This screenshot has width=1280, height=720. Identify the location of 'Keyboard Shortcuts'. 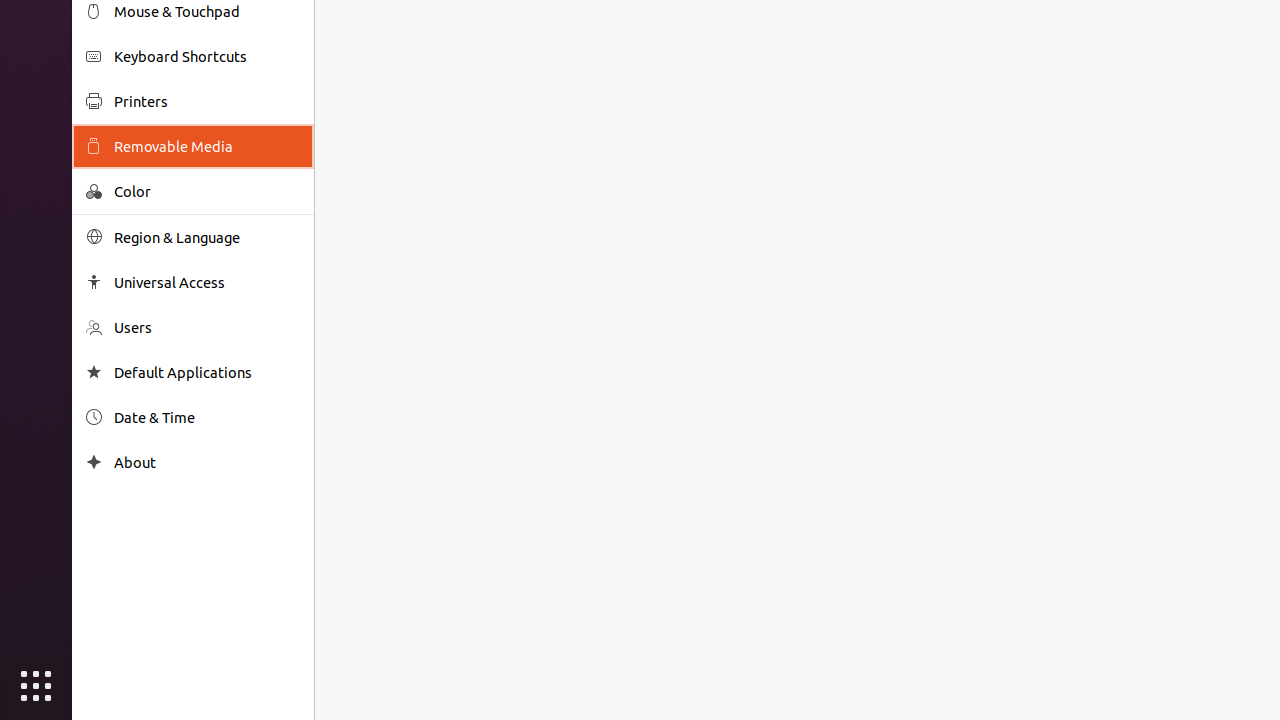
(206, 55).